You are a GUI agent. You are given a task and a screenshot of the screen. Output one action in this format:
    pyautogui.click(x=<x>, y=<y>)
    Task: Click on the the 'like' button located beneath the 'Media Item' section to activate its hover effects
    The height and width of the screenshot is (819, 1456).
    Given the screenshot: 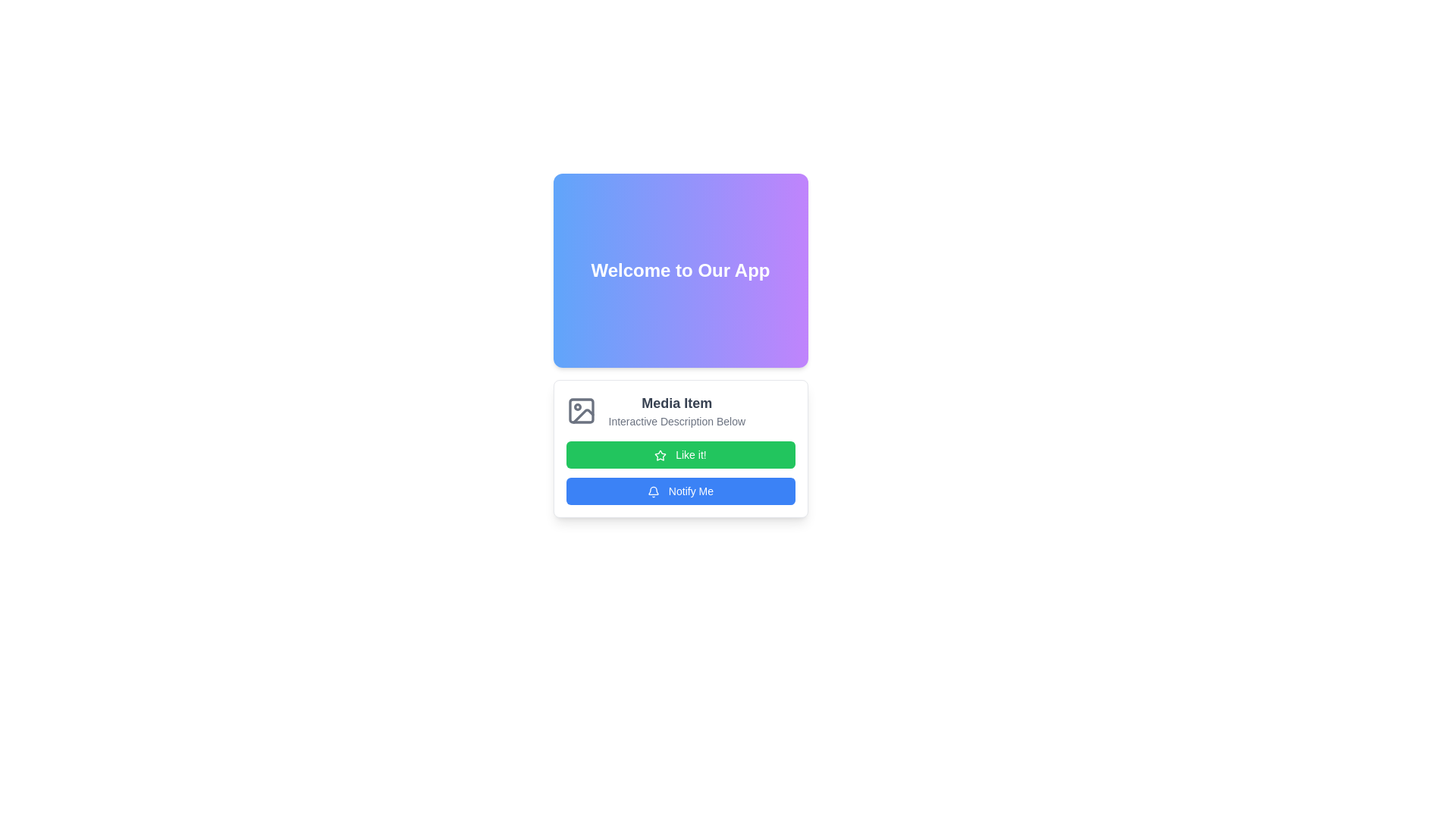 What is the action you would take?
    pyautogui.click(x=679, y=454)
    